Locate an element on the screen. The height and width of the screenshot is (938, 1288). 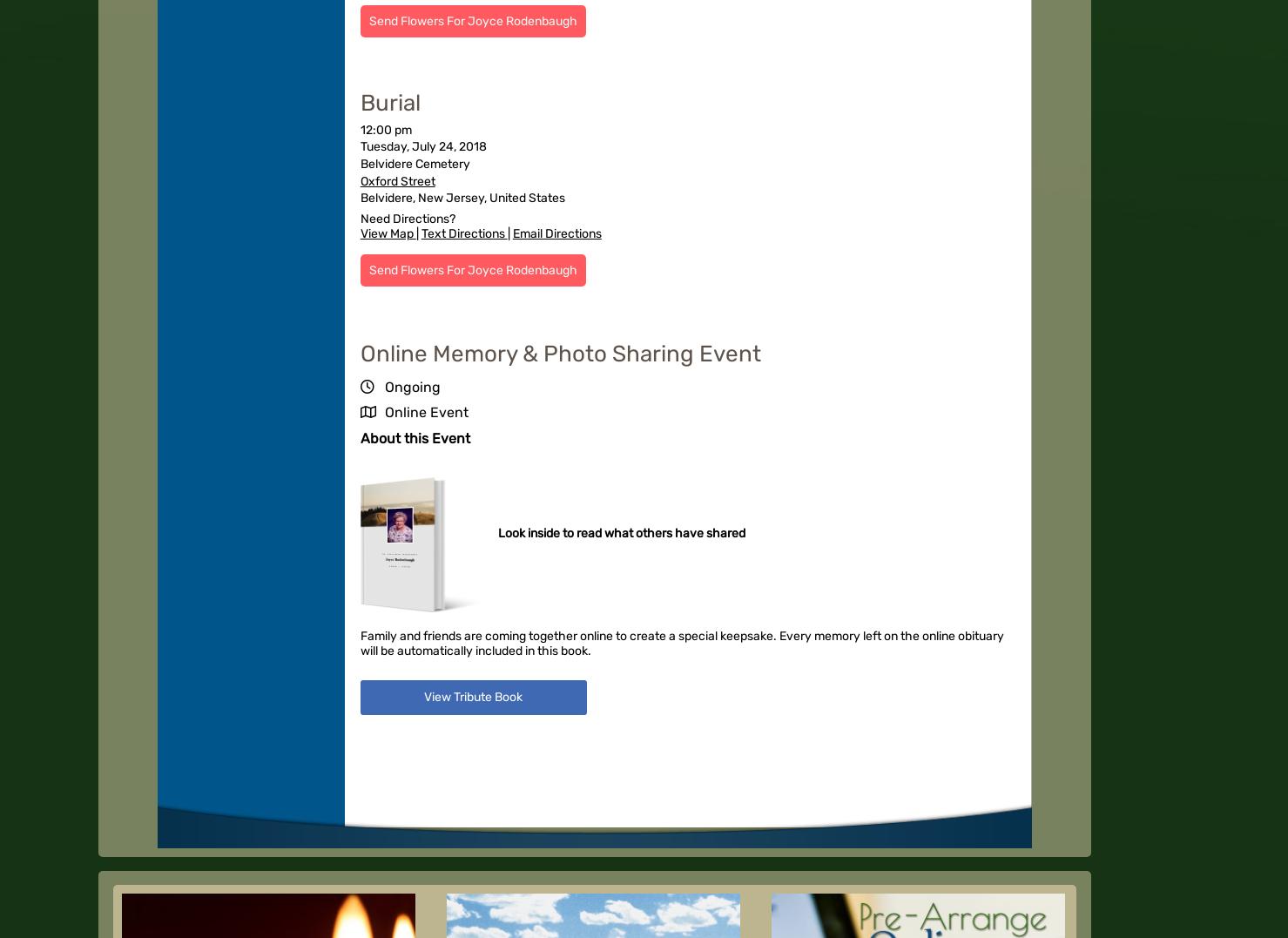
'View Map' is located at coordinates (387, 232).